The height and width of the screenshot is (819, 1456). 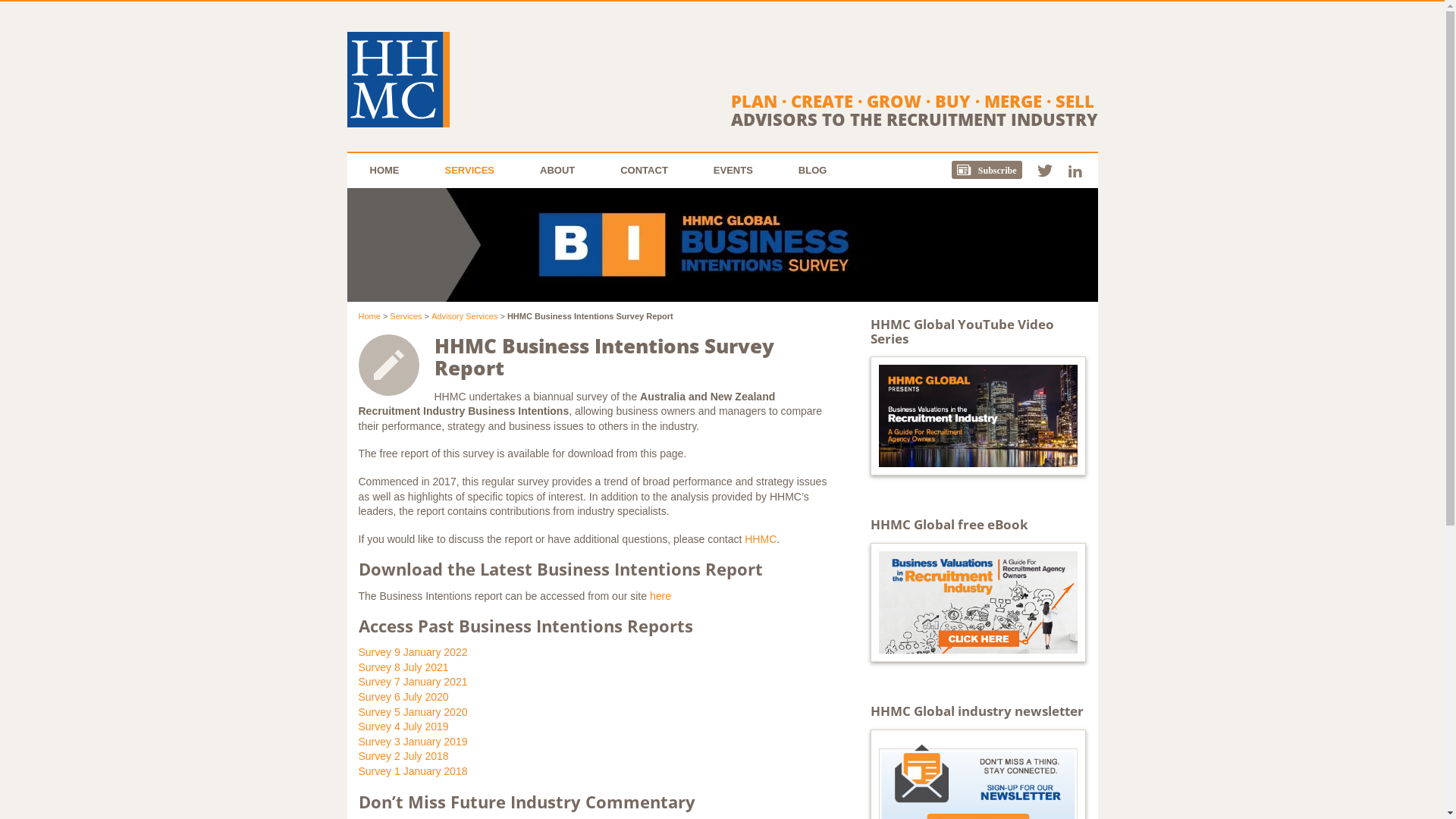 I want to click on 'Survey 1 January 2018', so click(x=412, y=771).